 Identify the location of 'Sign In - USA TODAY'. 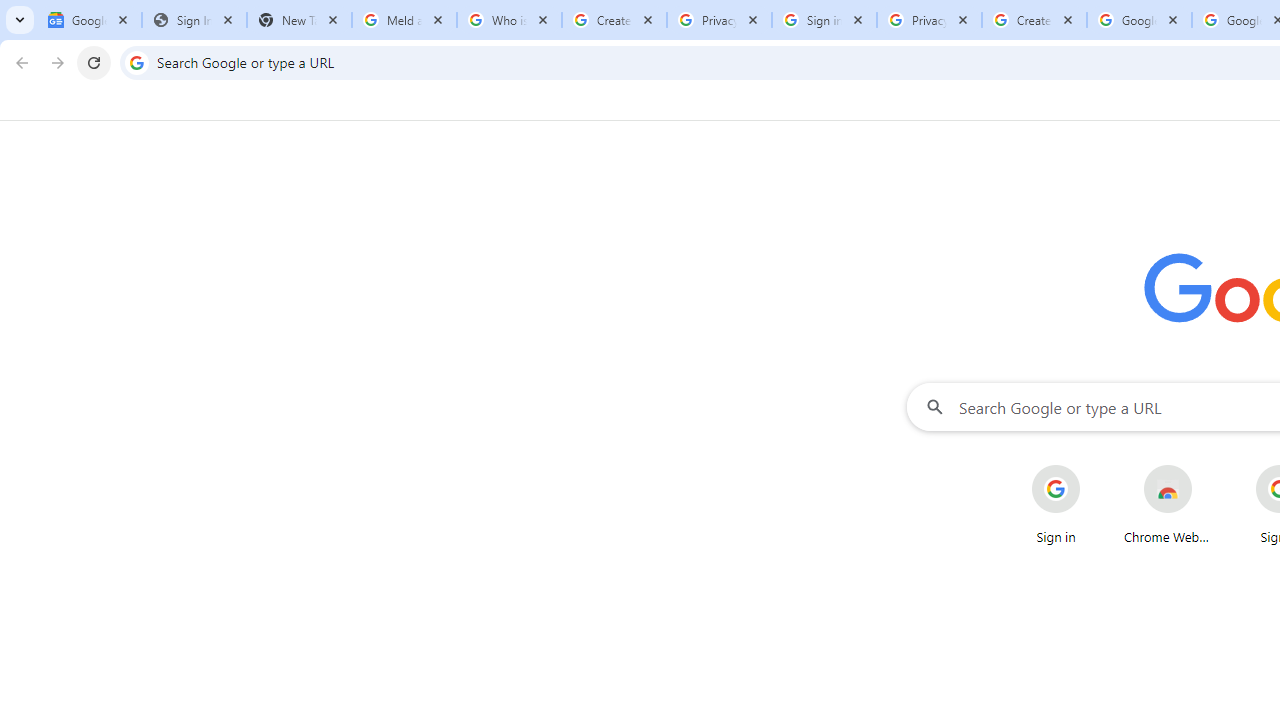
(194, 20).